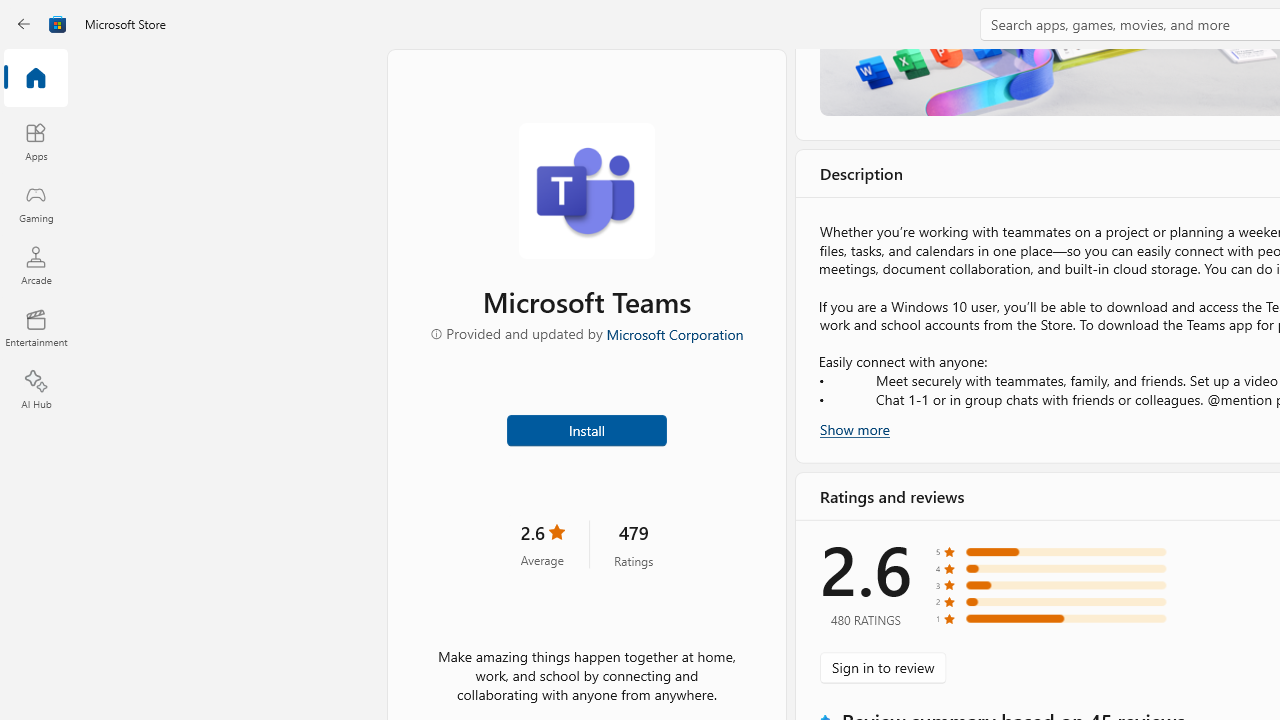 The image size is (1280, 720). What do you see at coordinates (35, 140) in the screenshot?
I see `'Apps'` at bounding box center [35, 140].